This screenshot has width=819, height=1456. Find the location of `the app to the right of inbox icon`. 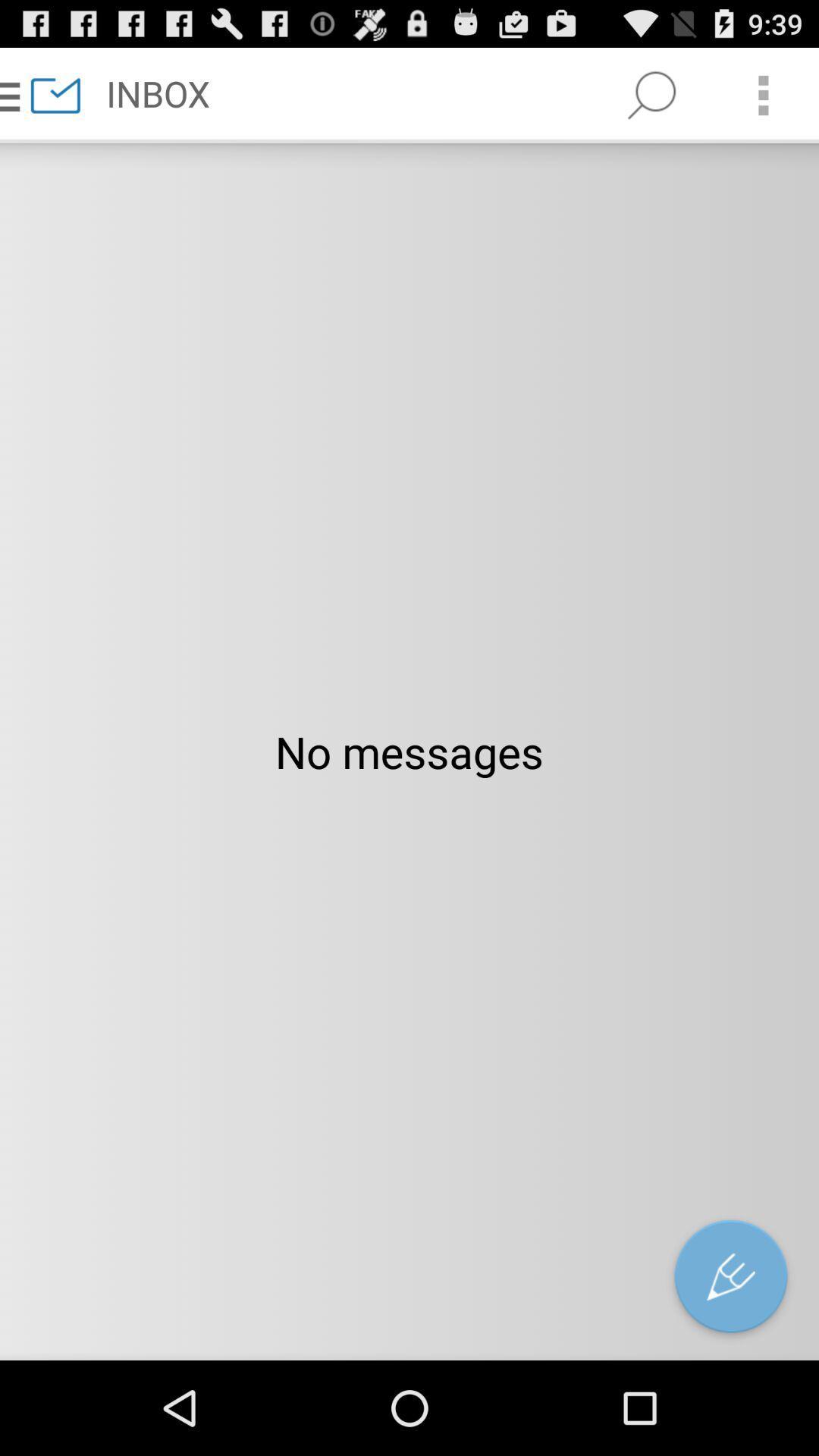

the app to the right of inbox icon is located at coordinates (651, 94).